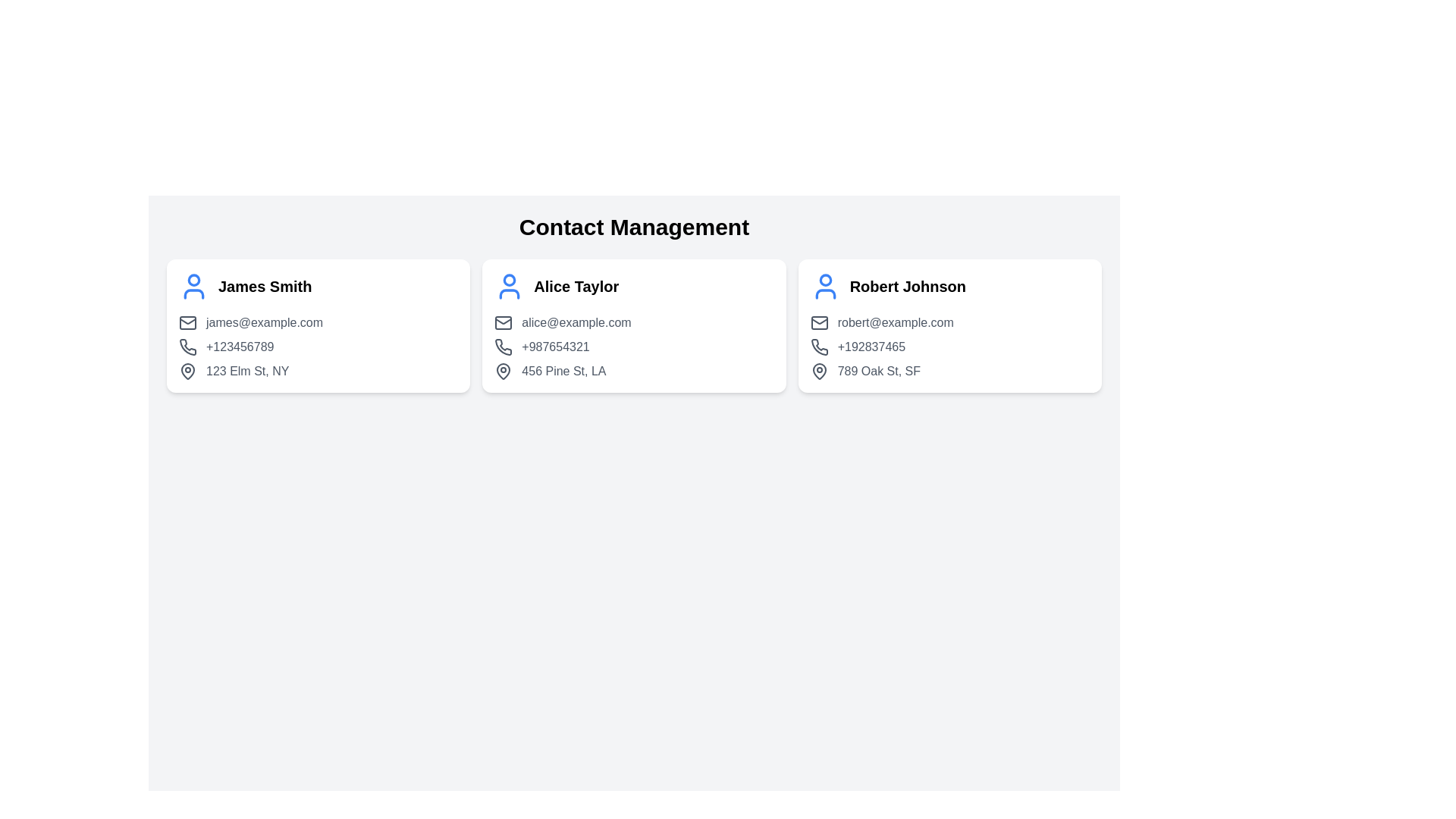 This screenshot has width=1456, height=819. I want to click on the user silhouette icon styled in blue, located at the upper-left corner of the contact card for 'Robert Johnson', so click(824, 287).